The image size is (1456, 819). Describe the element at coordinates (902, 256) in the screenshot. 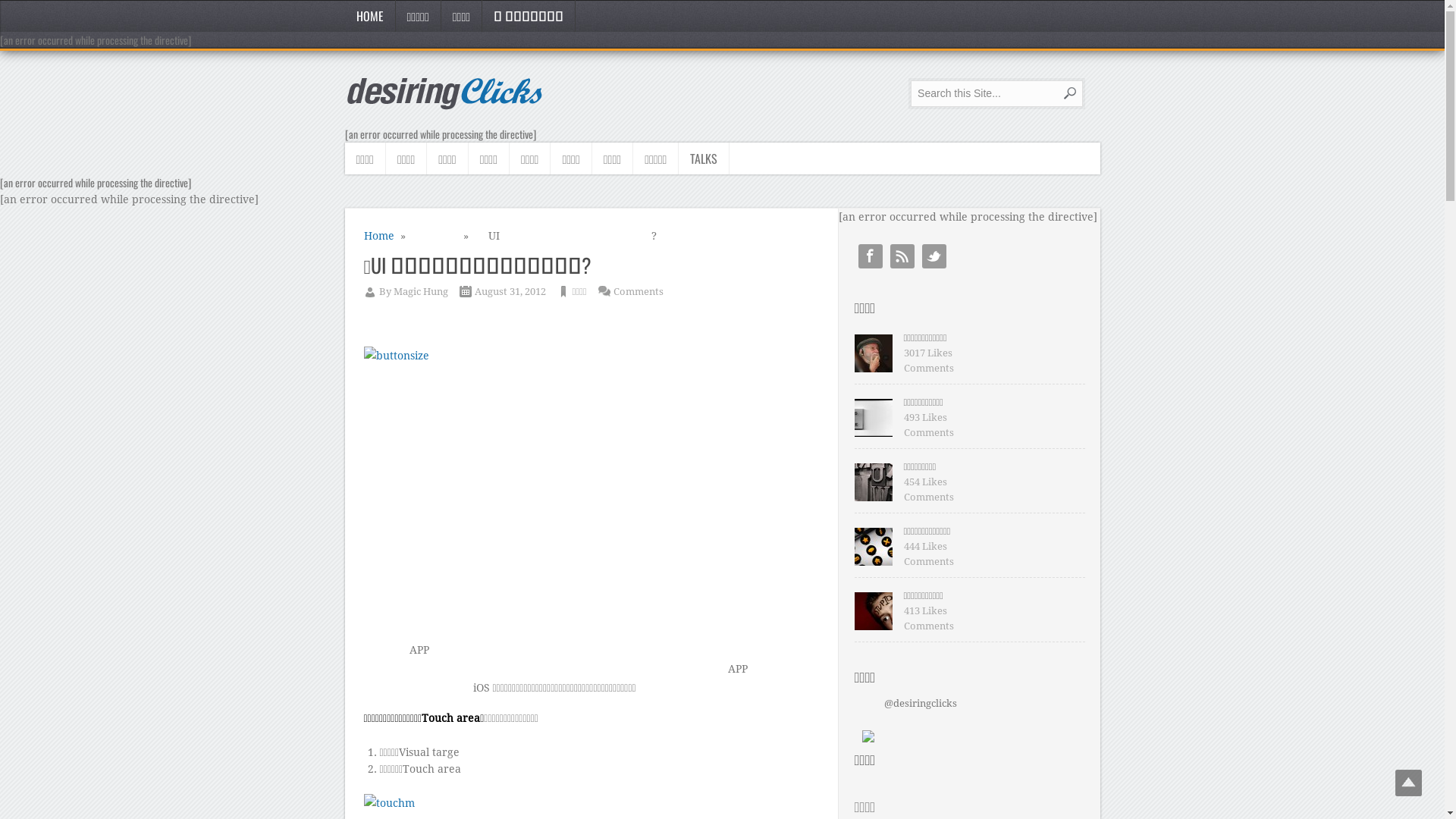

I see `'RSS'` at that location.